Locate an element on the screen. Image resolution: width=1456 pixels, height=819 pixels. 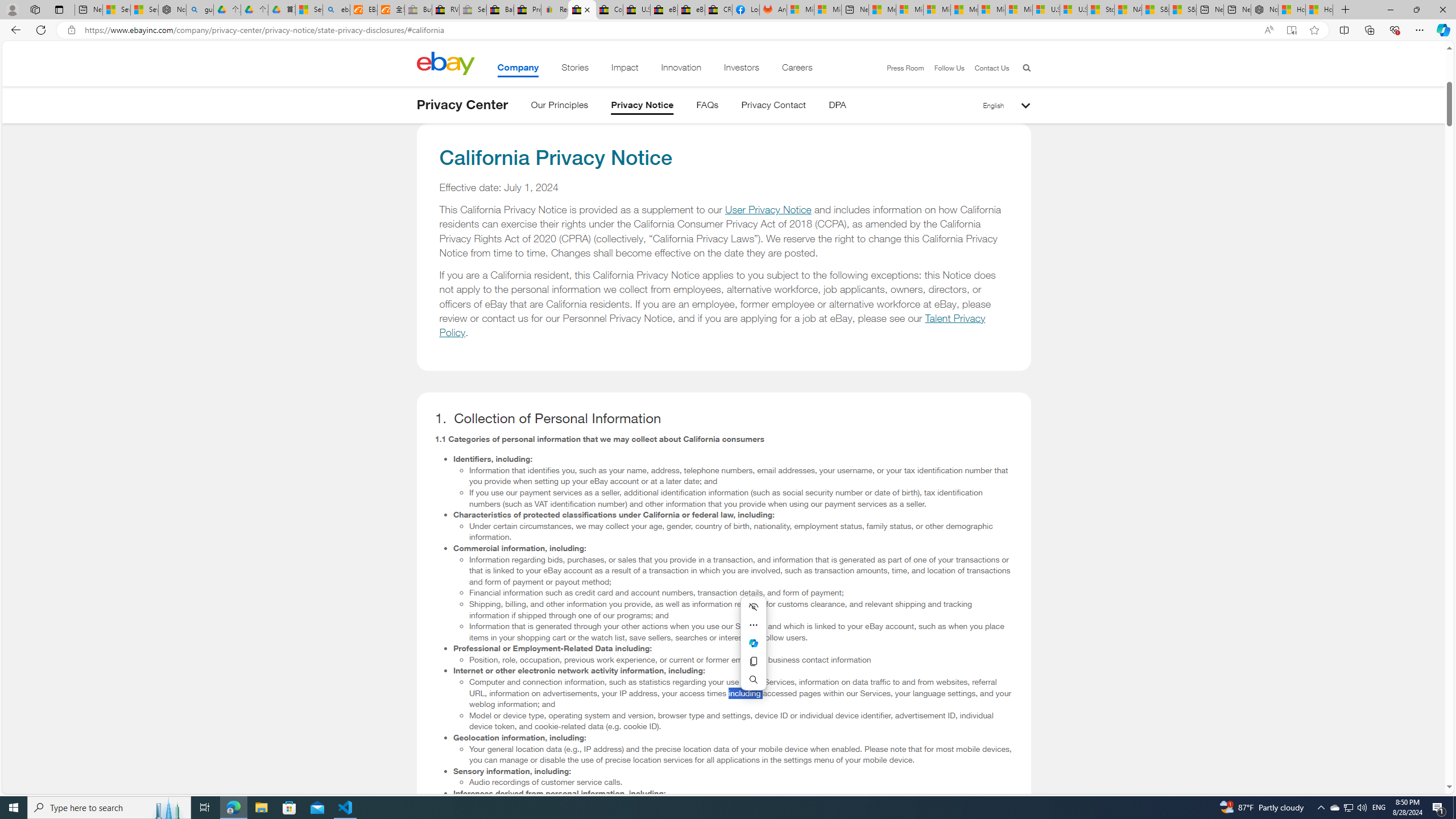
'Copy' is located at coordinates (753, 661).